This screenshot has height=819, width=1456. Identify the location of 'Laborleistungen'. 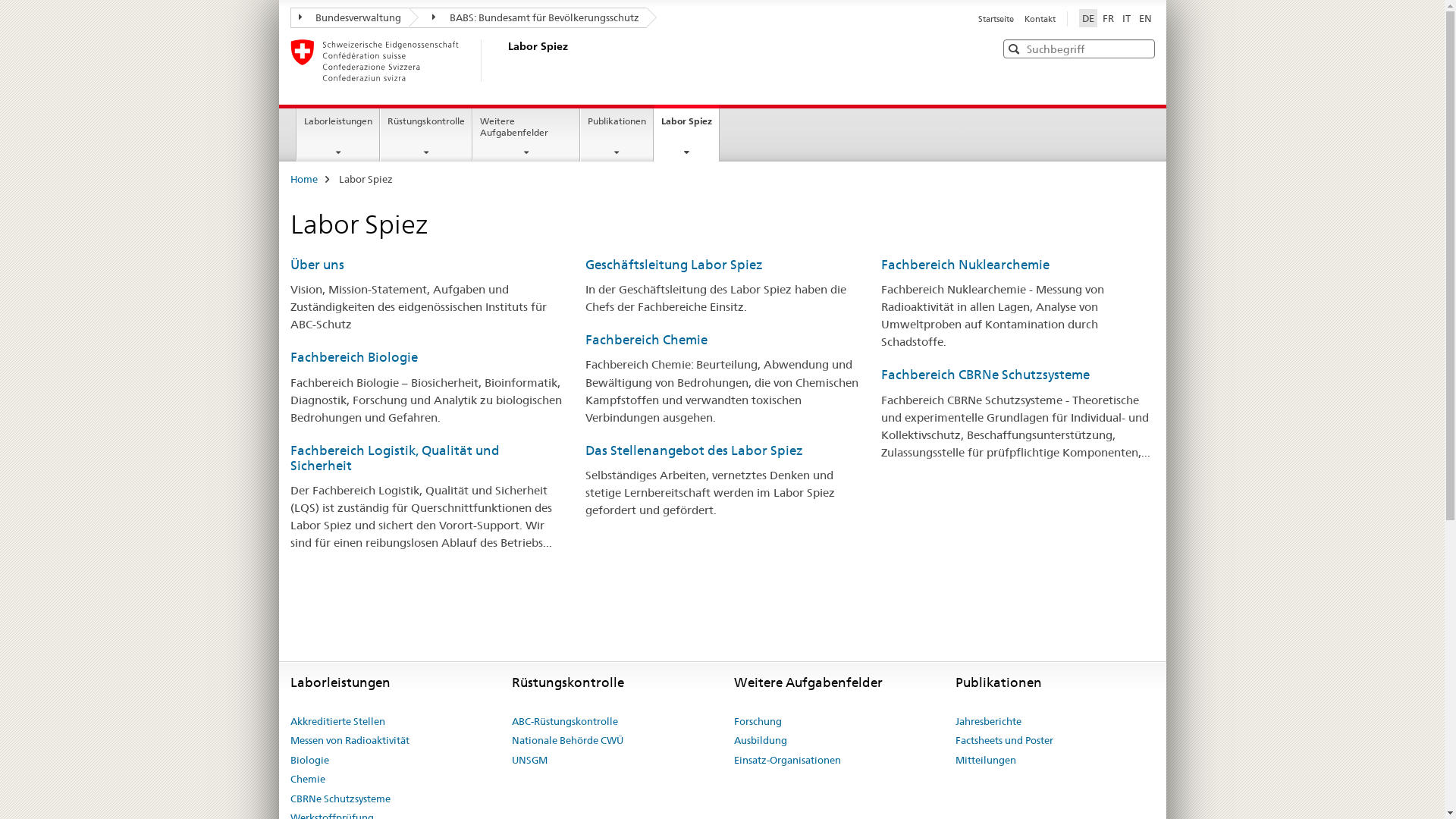
(337, 133).